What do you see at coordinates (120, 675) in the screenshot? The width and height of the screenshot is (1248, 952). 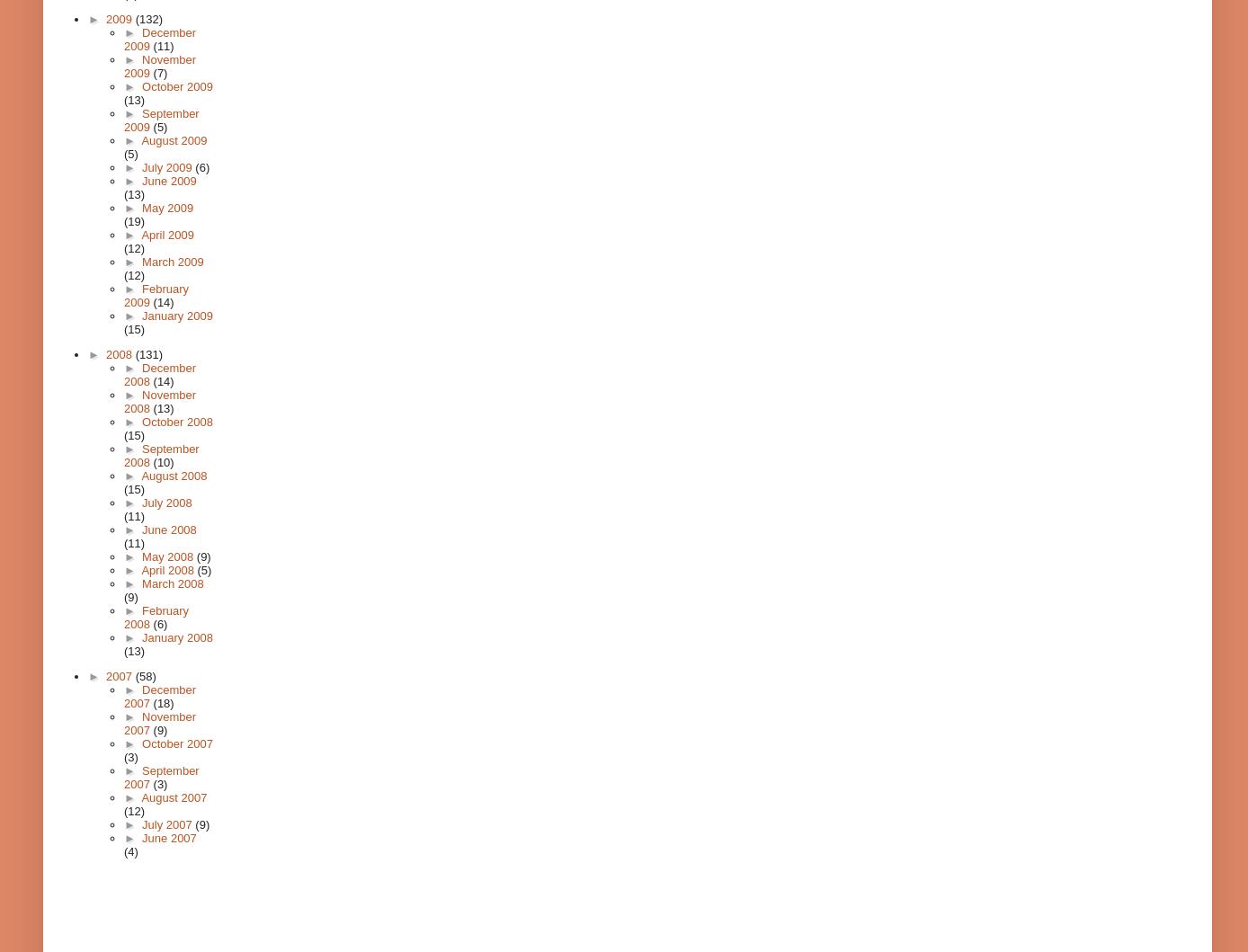 I see `'2007'` at bounding box center [120, 675].